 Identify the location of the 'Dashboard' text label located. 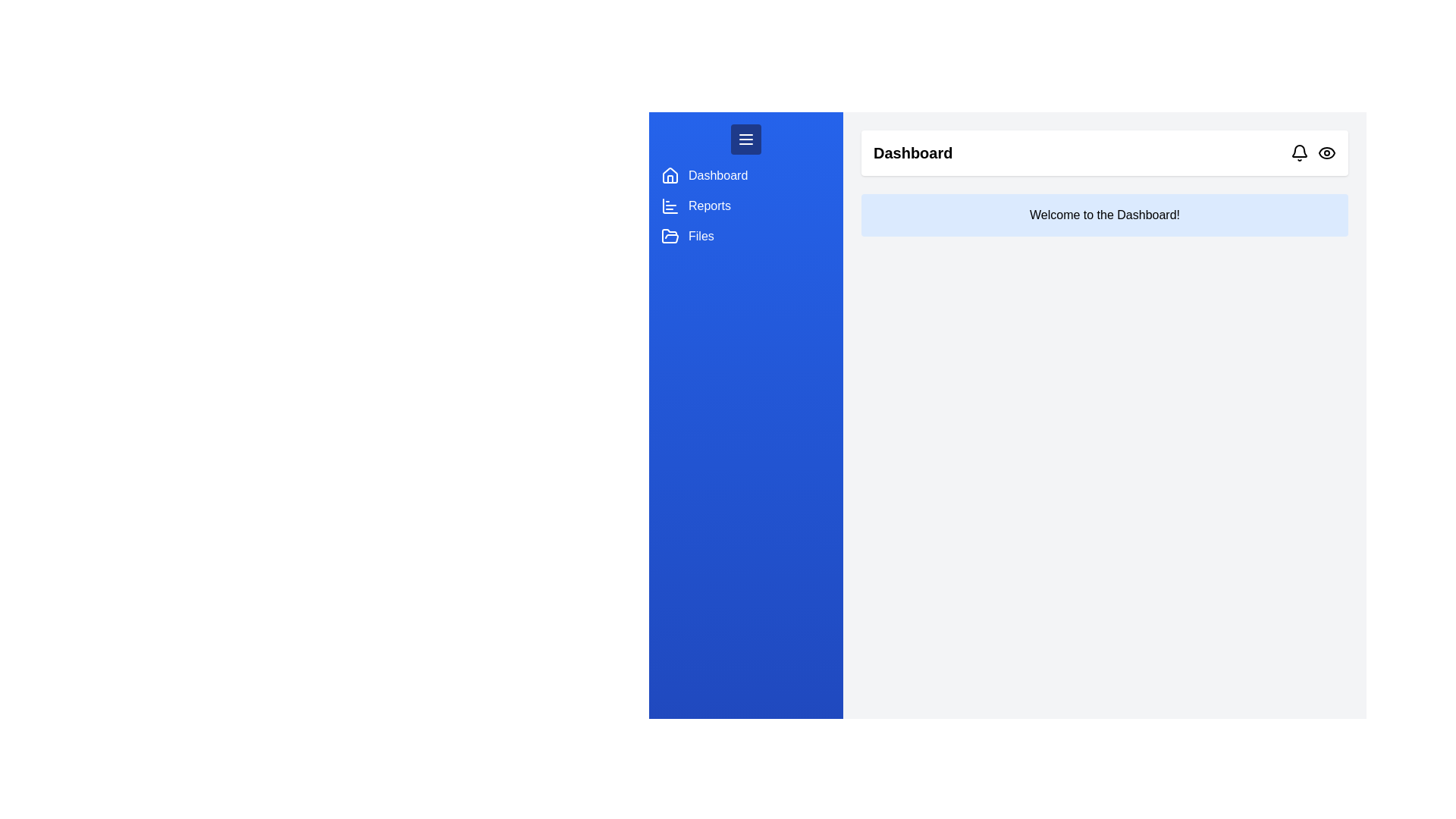
(717, 174).